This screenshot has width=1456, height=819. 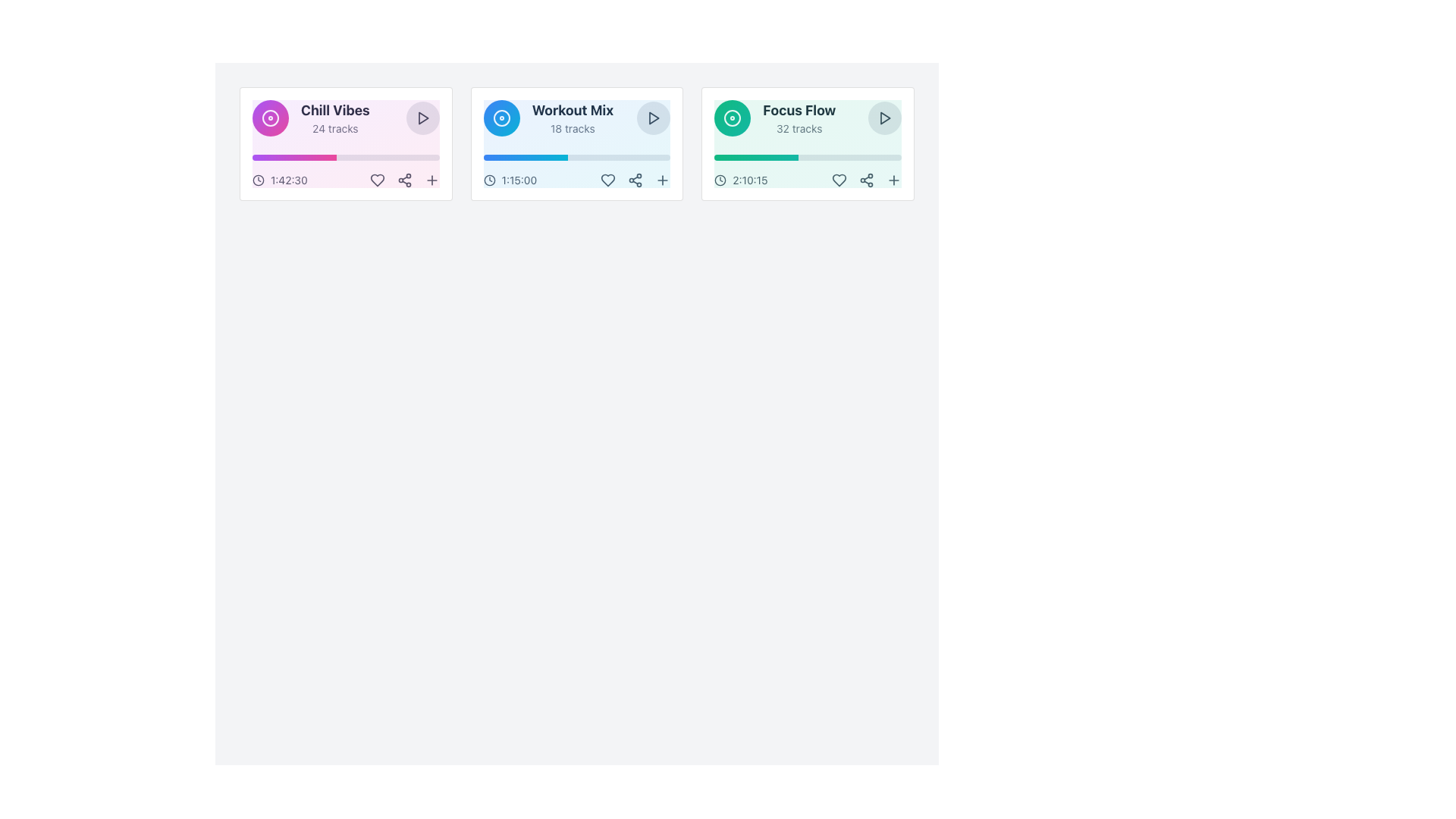 What do you see at coordinates (548, 117) in the screenshot?
I see `the 'Workout Mix' informational text element, which features a bold title and a spinning disc icon` at bounding box center [548, 117].